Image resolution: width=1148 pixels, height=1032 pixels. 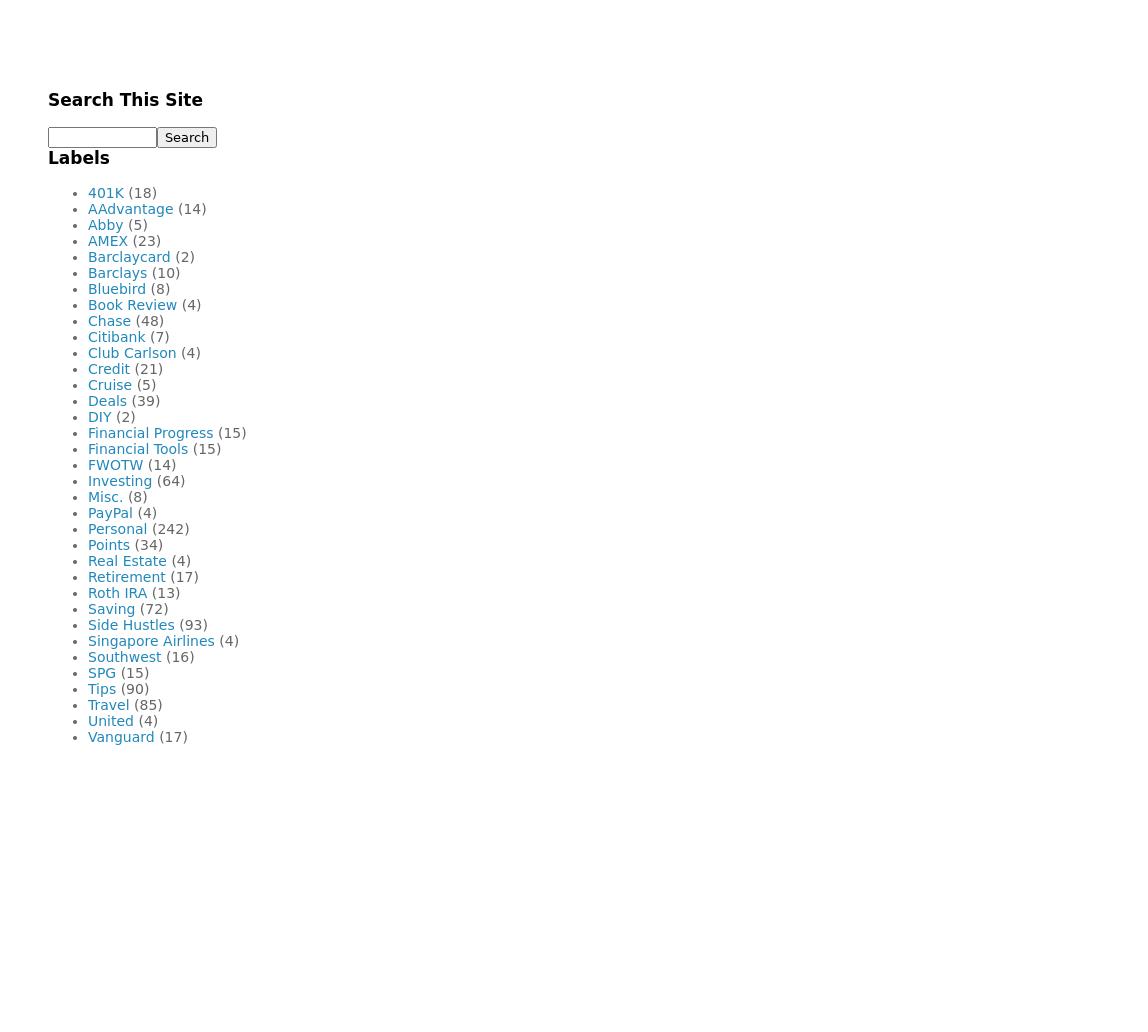 What do you see at coordinates (109, 385) in the screenshot?
I see `'Cruise'` at bounding box center [109, 385].